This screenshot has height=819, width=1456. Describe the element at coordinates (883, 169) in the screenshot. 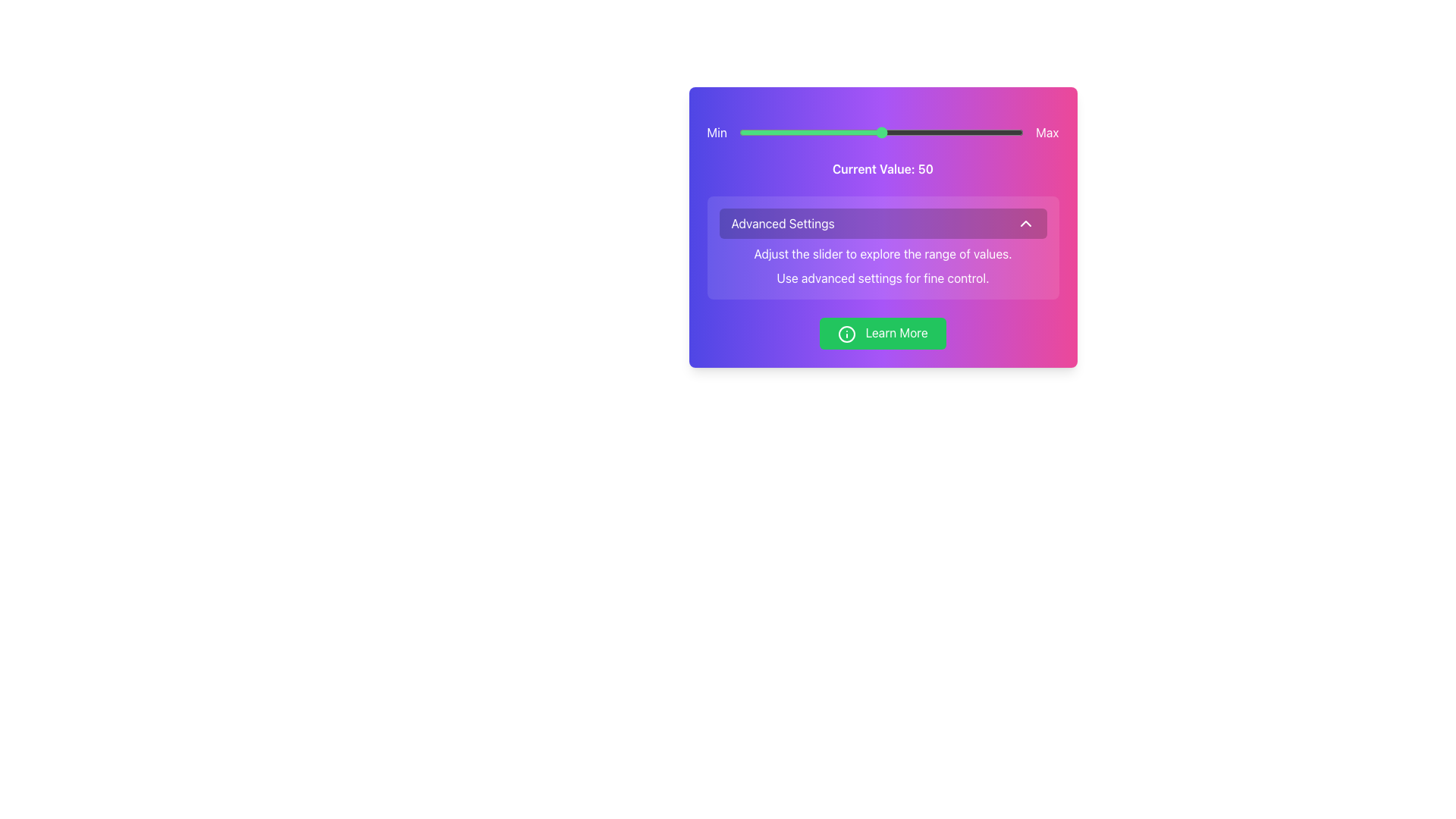

I see `text content of the text label displaying 'Current Value: 50' which is styled in bold font with a gradient background and located centrally between a slider and the 'Advanced Settings' panel` at that location.